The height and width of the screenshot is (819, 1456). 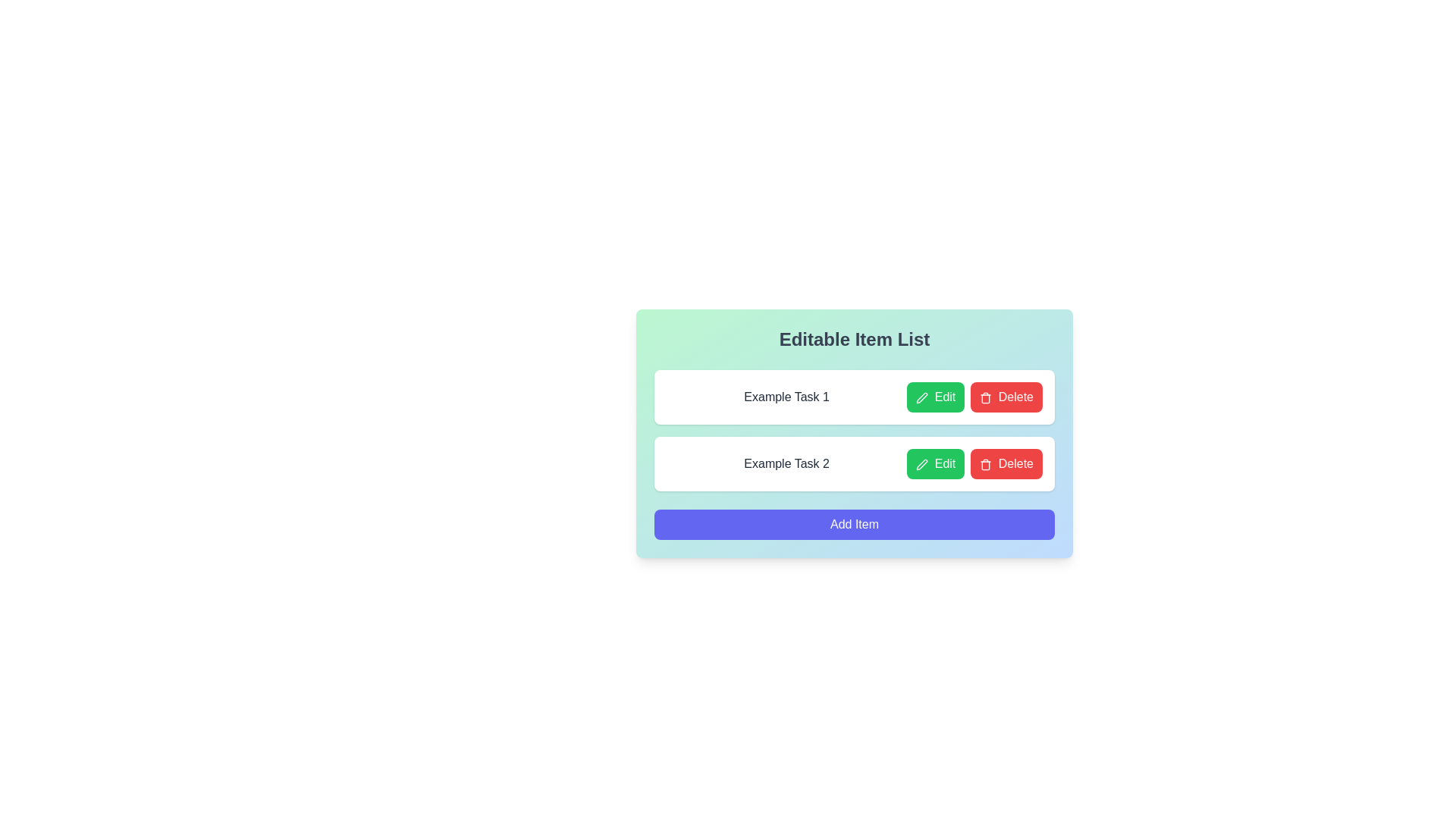 I want to click on the pen icon with a green background located within the 'Edit' button of the first item in the list, adjacent to 'Example Task 1', so click(x=921, y=397).